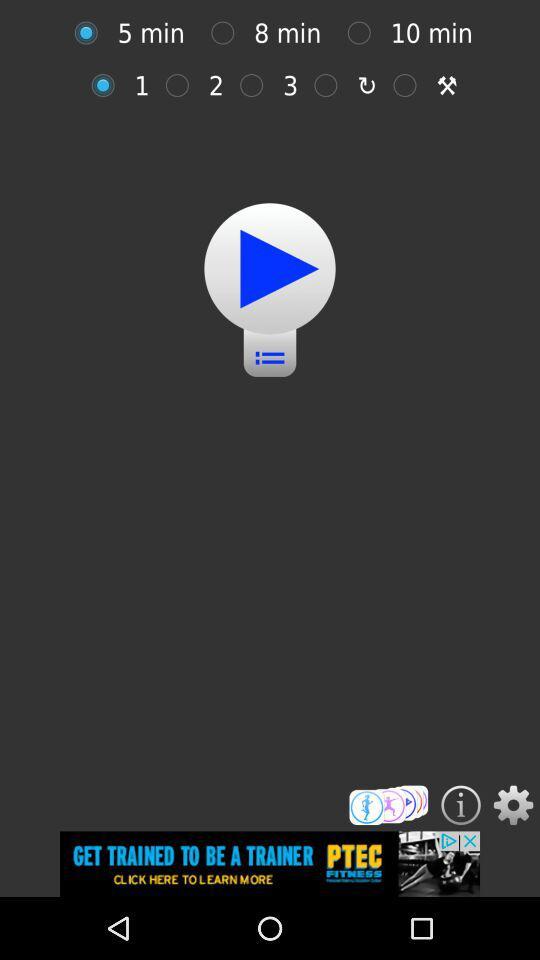 Image resolution: width=540 pixels, height=960 pixels. What do you see at coordinates (363, 32) in the screenshot?
I see `change length to 10 minutes` at bounding box center [363, 32].